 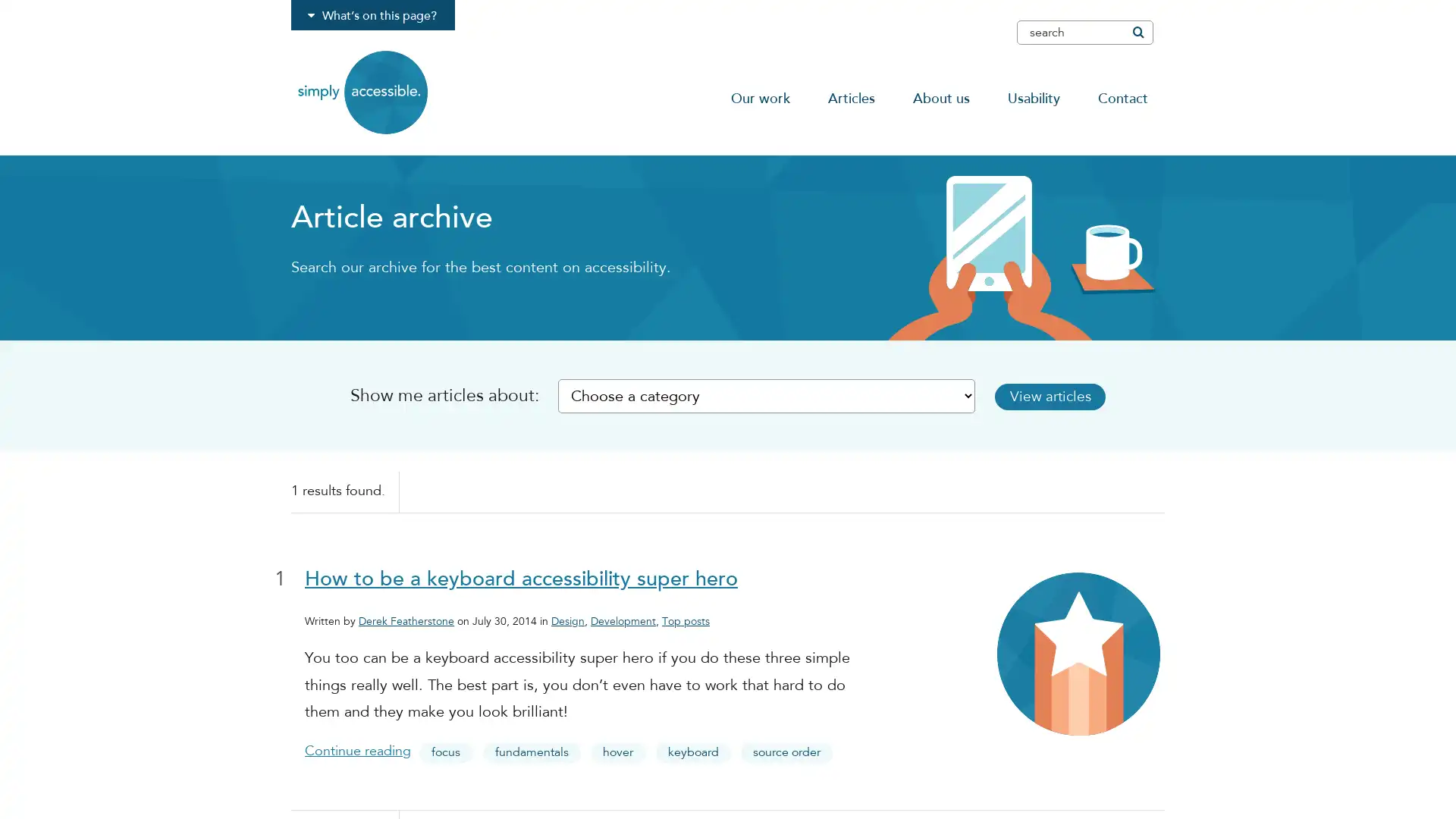 What do you see at coordinates (1076, 395) in the screenshot?
I see `View articles` at bounding box center [1076, 395].